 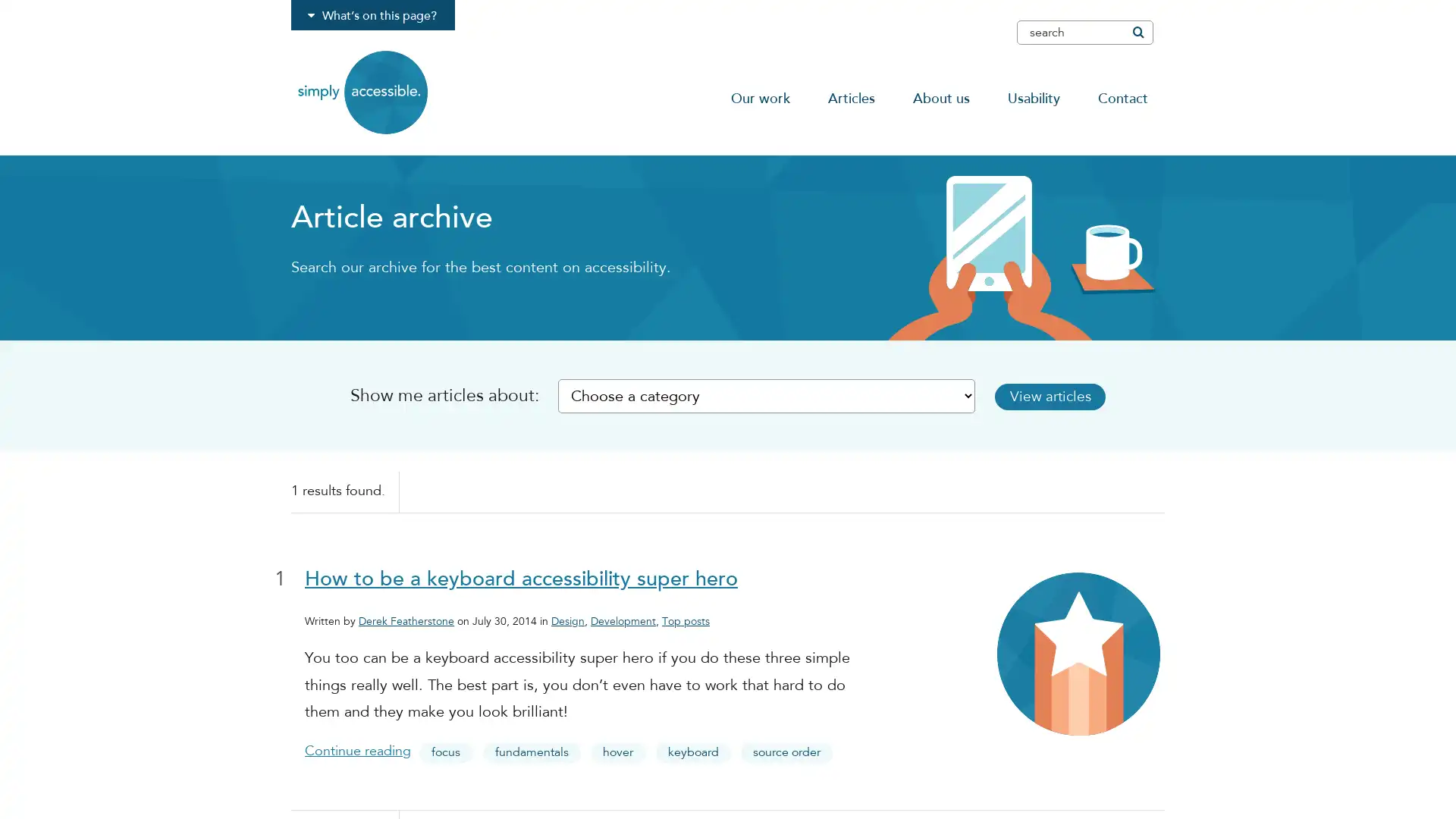 What do you see at coordinates (1076, 395) in the screenshot?
I see `View articles` at bounding box center [1076, 395].